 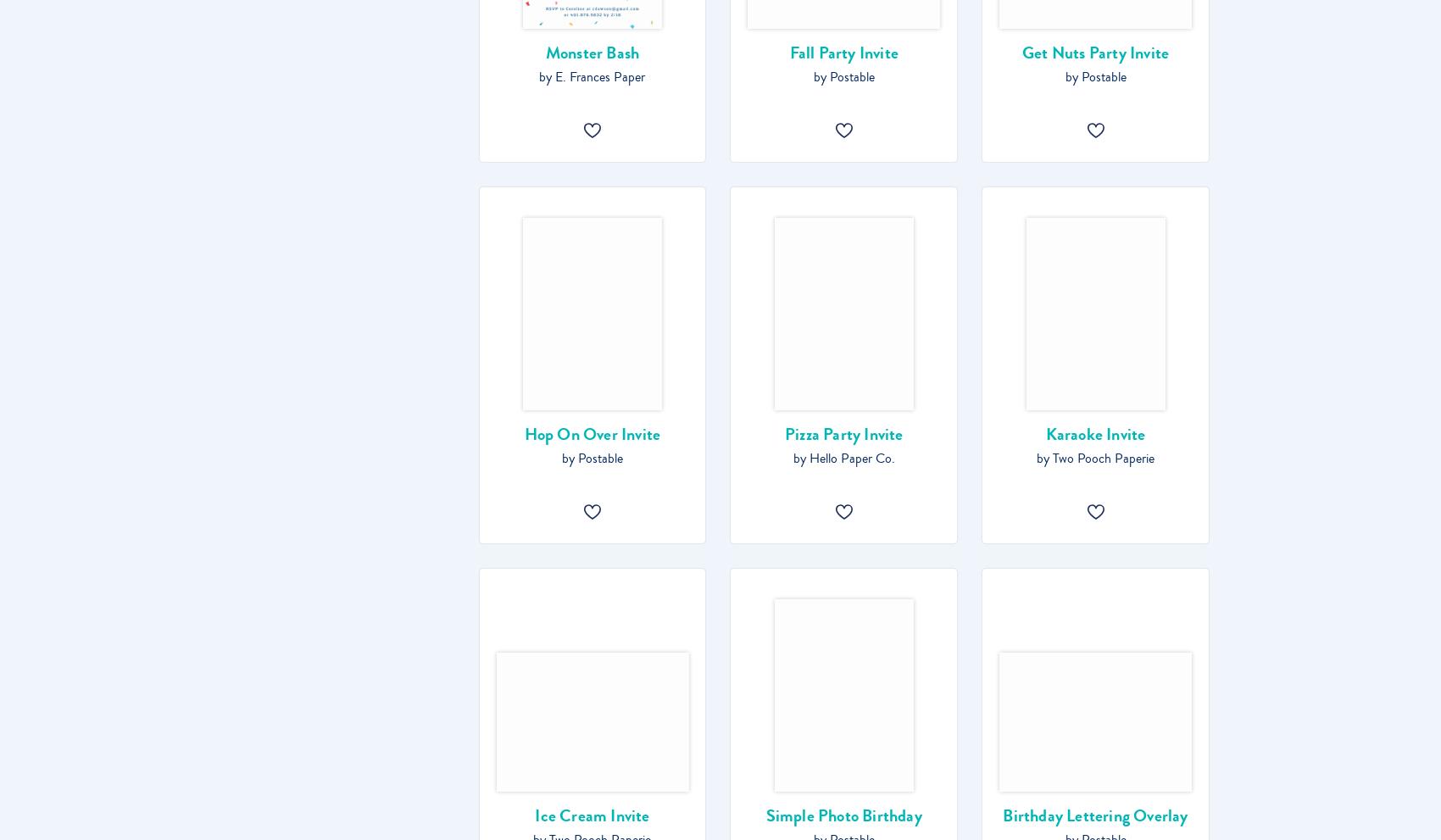 What do you see at coordinates (600, 76) in the screenshot?
I see `'E. Frances Paper'` at bounding box center [600, 76].